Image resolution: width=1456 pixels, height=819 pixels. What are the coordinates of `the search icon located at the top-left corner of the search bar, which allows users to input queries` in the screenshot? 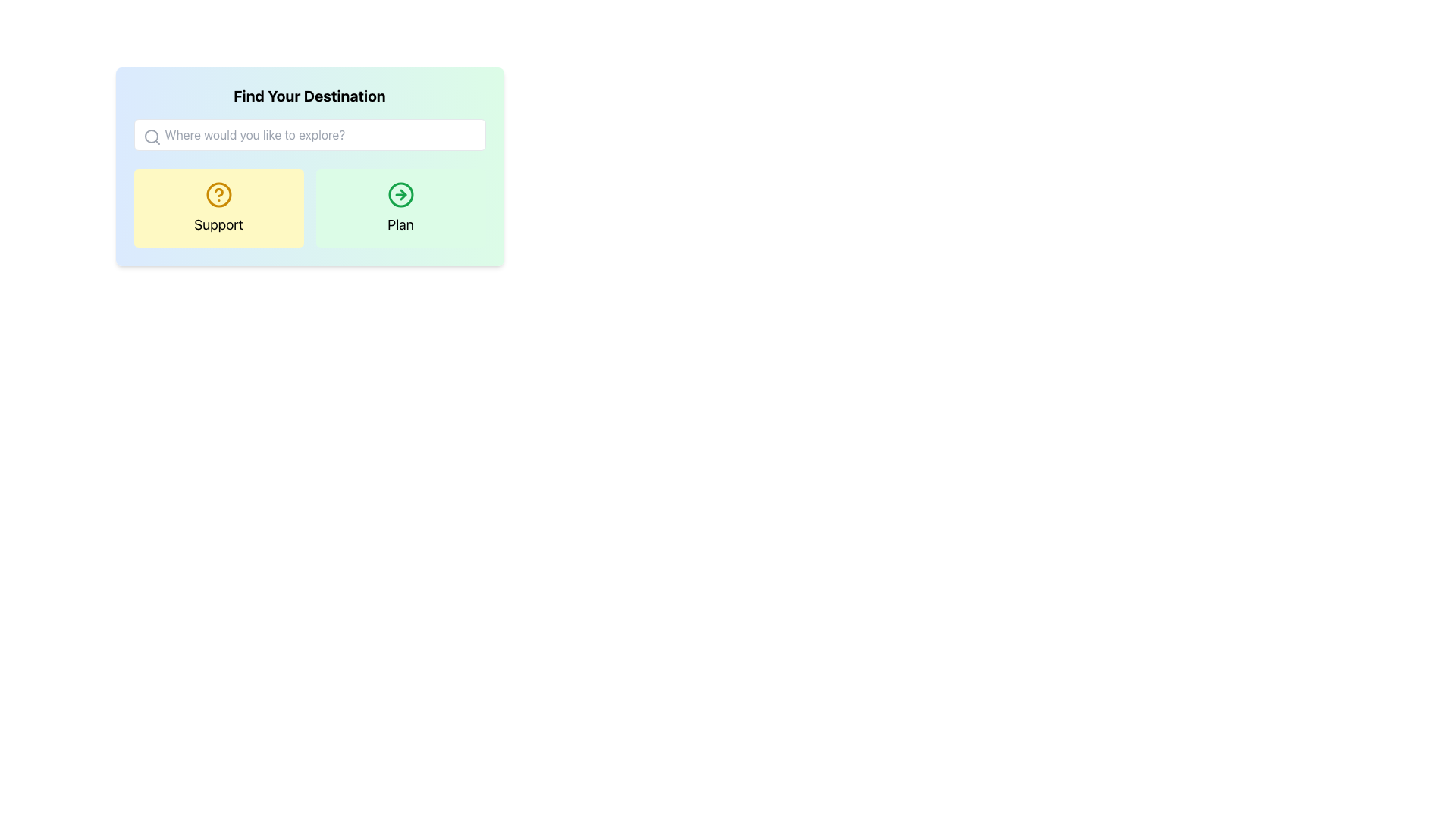 It's located at (152, 137).